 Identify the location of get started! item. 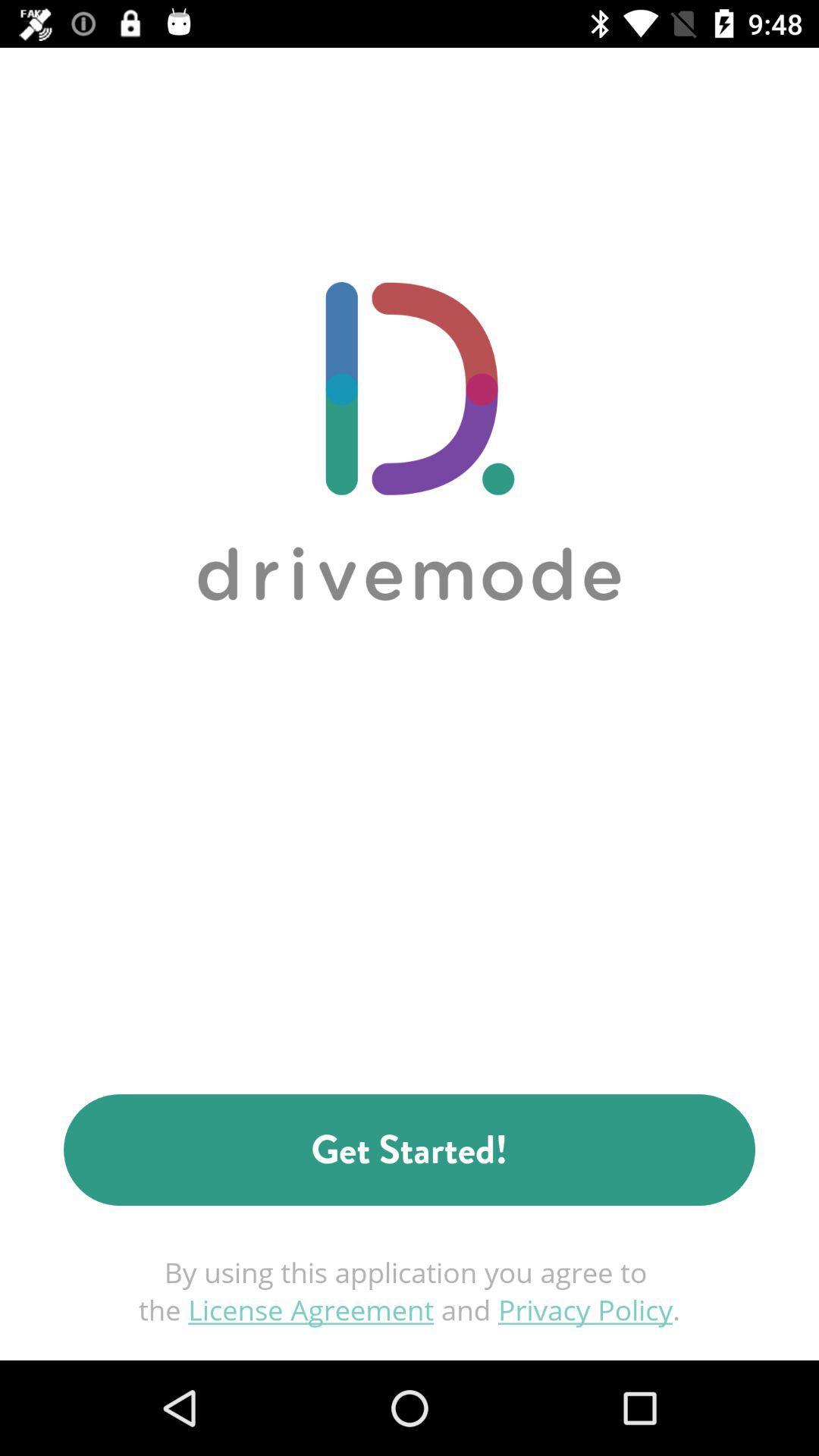
(409, 1150).